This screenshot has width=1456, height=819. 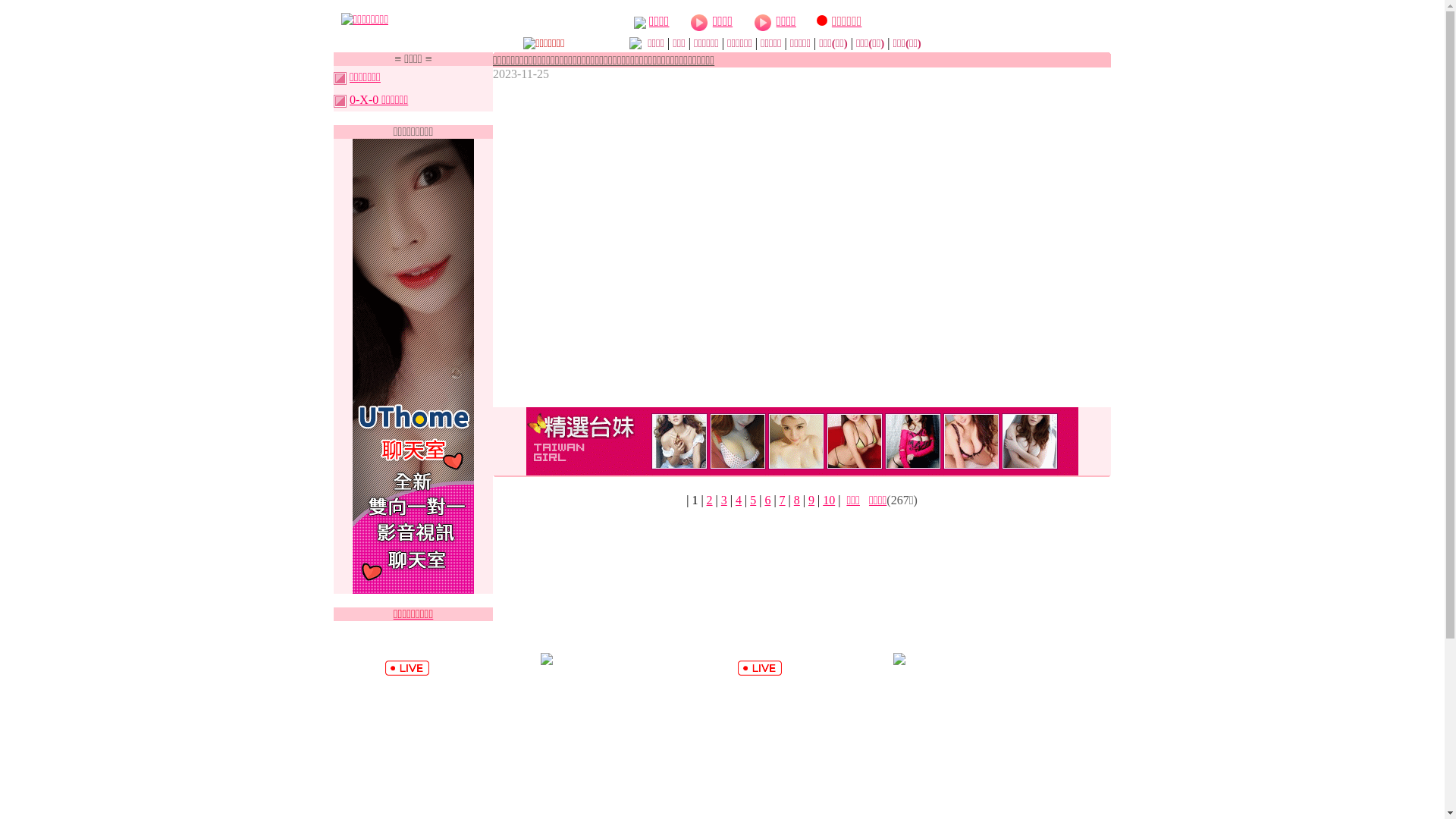 What do you see at coordinates (705, 500) in the screenshot?
I see `'2'` at bounding box center [705, 500].